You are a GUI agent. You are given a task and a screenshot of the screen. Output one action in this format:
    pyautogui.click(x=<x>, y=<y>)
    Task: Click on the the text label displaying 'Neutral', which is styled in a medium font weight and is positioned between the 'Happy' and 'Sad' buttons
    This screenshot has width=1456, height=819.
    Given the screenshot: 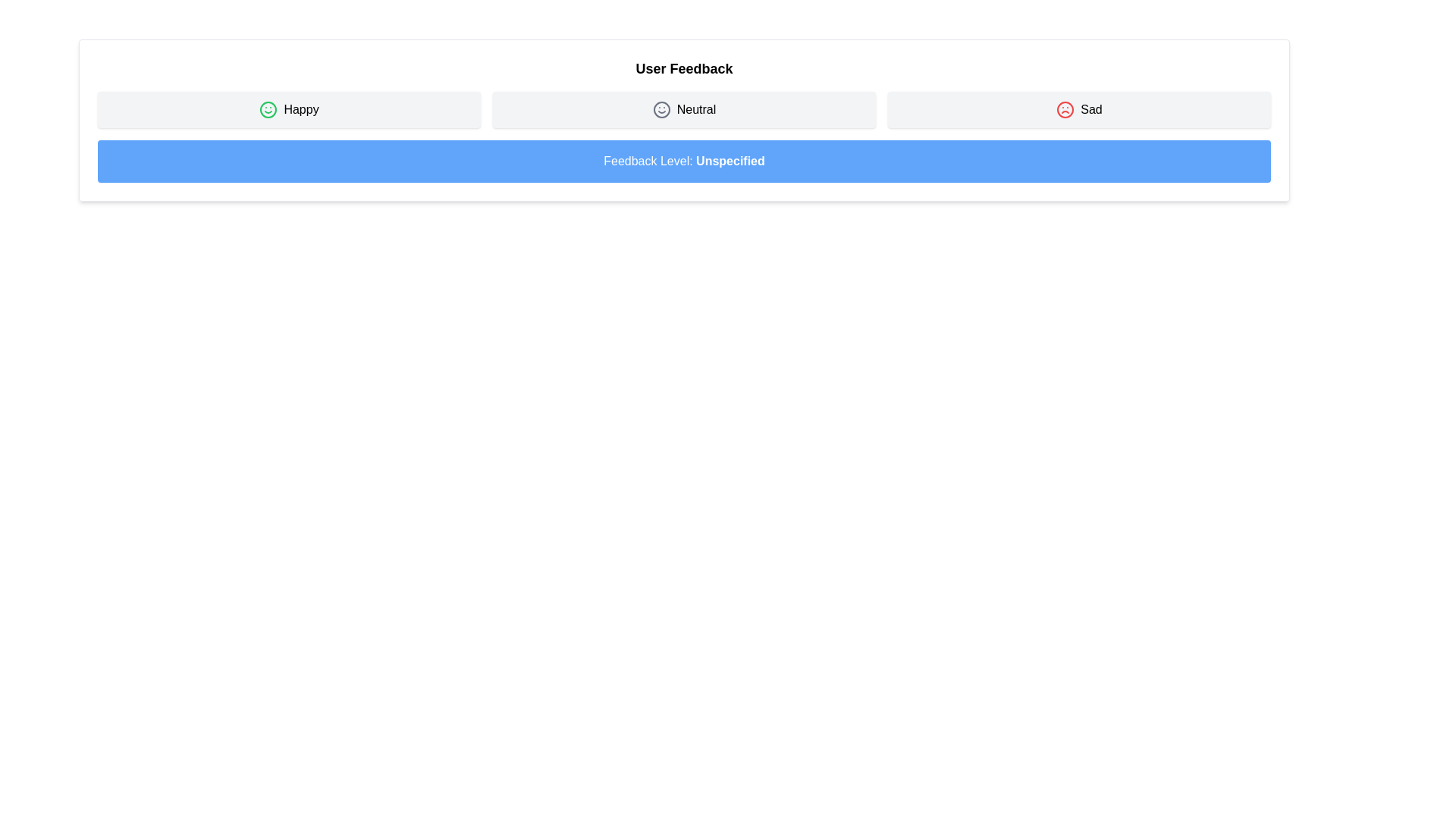 What is the action you would take?
    pyautogui.click(x=695, y=109)
    